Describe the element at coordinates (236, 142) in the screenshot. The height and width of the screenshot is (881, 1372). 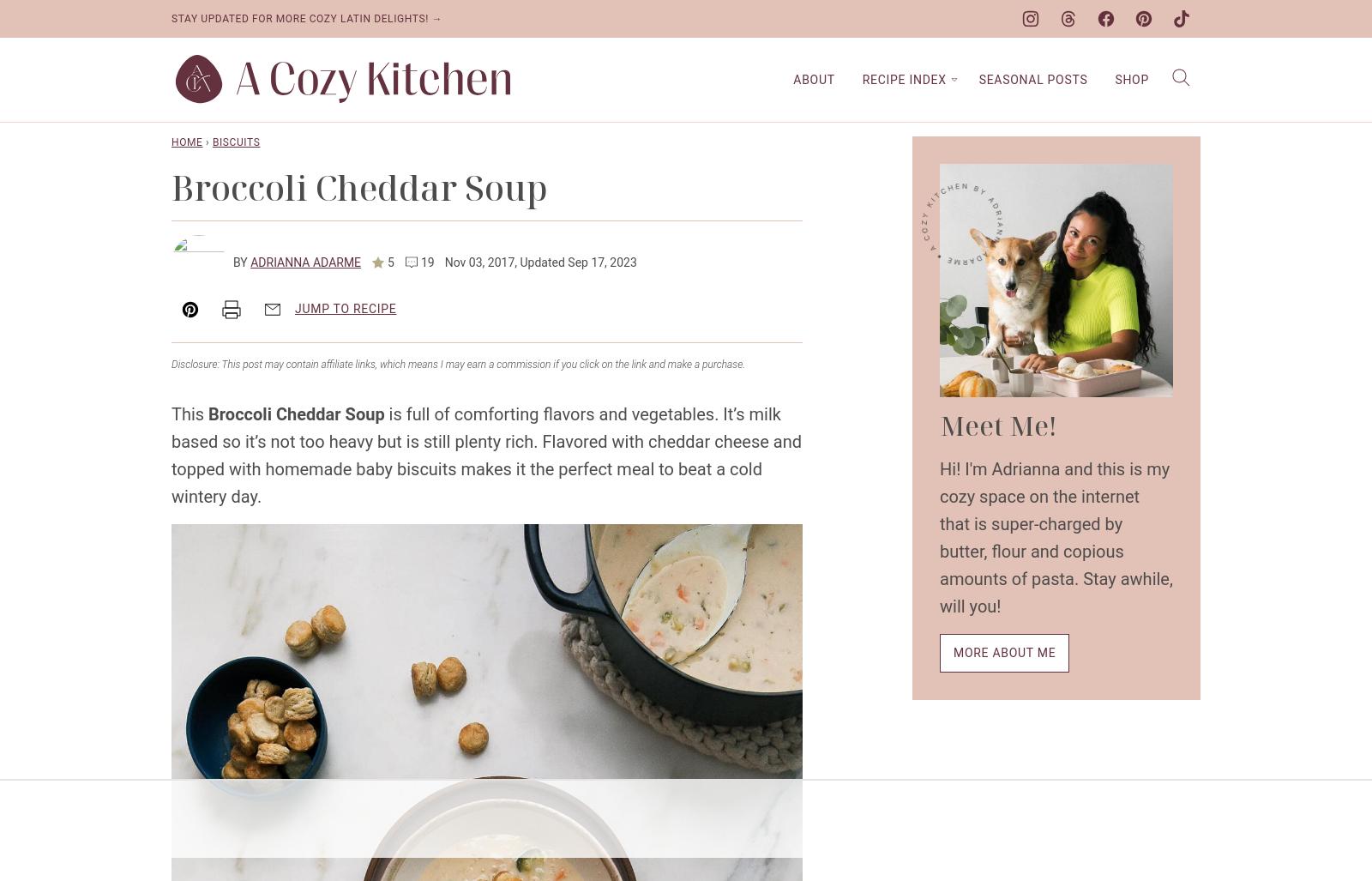
I see `'Biscuits'` at that location.